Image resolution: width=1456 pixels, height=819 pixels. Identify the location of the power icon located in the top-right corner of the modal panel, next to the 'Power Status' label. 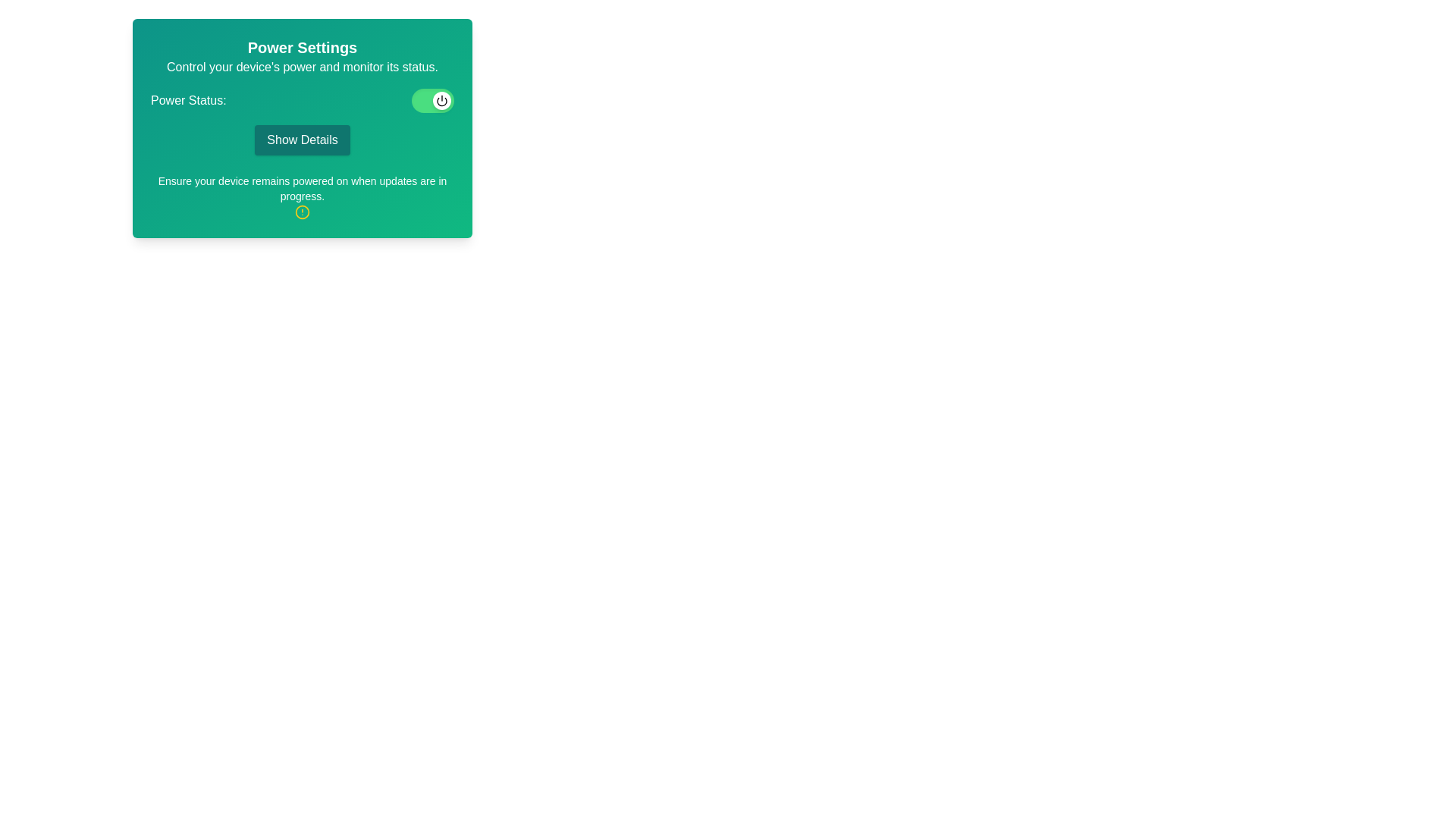
(441, 100).